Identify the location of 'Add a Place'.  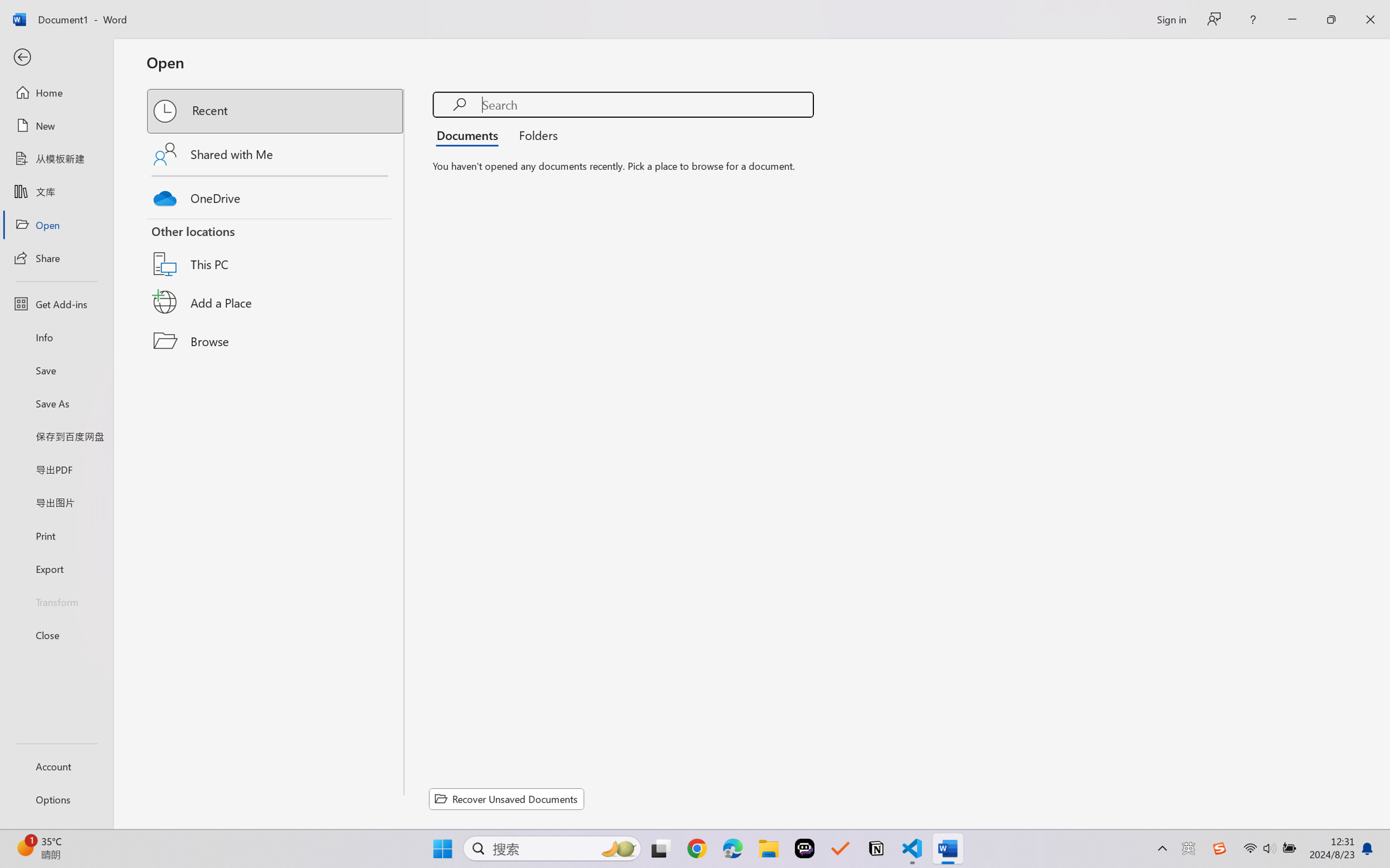
(276, 301).